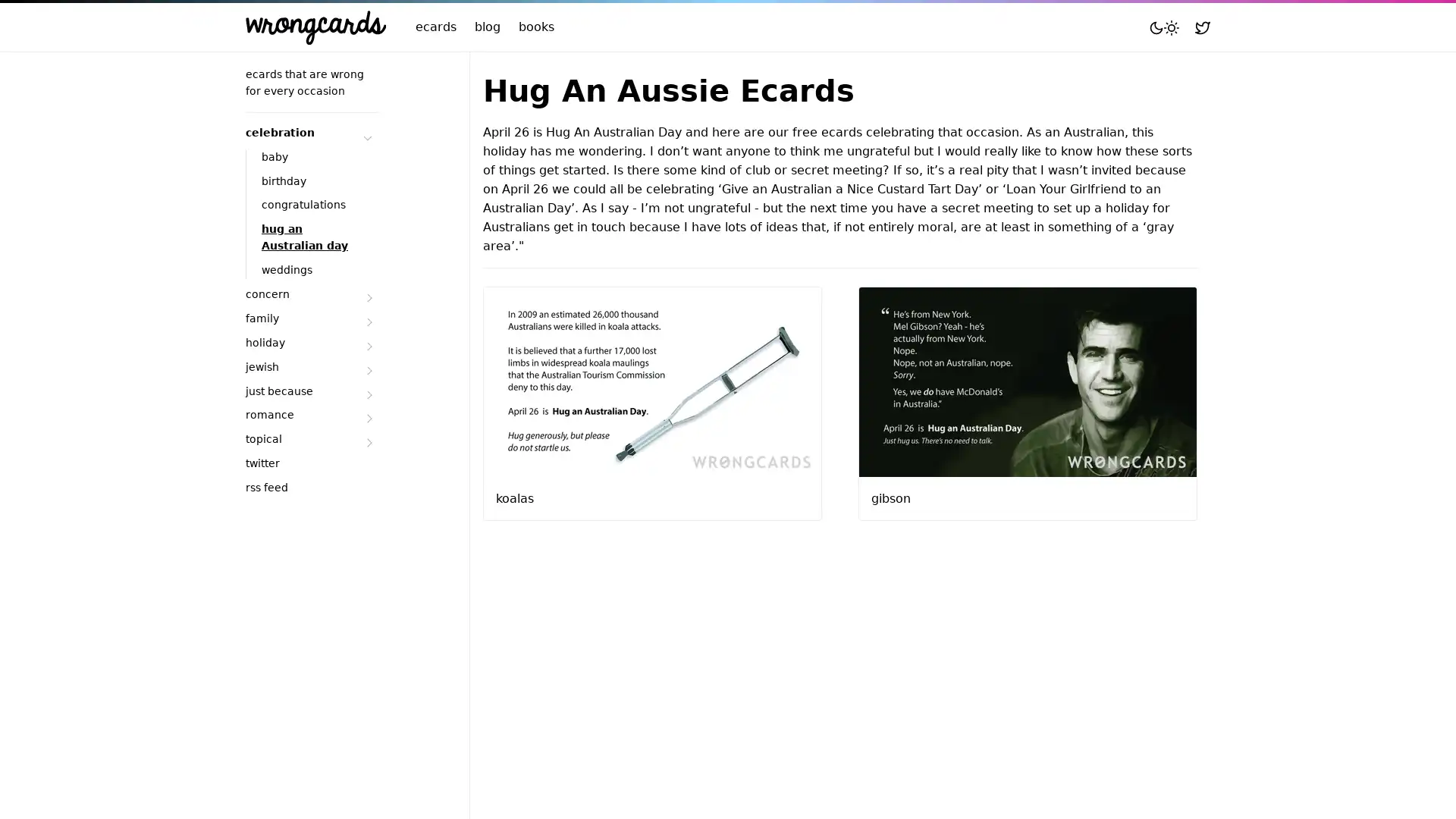 The image size is (1456, 819). What do you see at coordinates (367, 321) in the screenshot?
I see `Submenu` at bounding box center [367, 321].